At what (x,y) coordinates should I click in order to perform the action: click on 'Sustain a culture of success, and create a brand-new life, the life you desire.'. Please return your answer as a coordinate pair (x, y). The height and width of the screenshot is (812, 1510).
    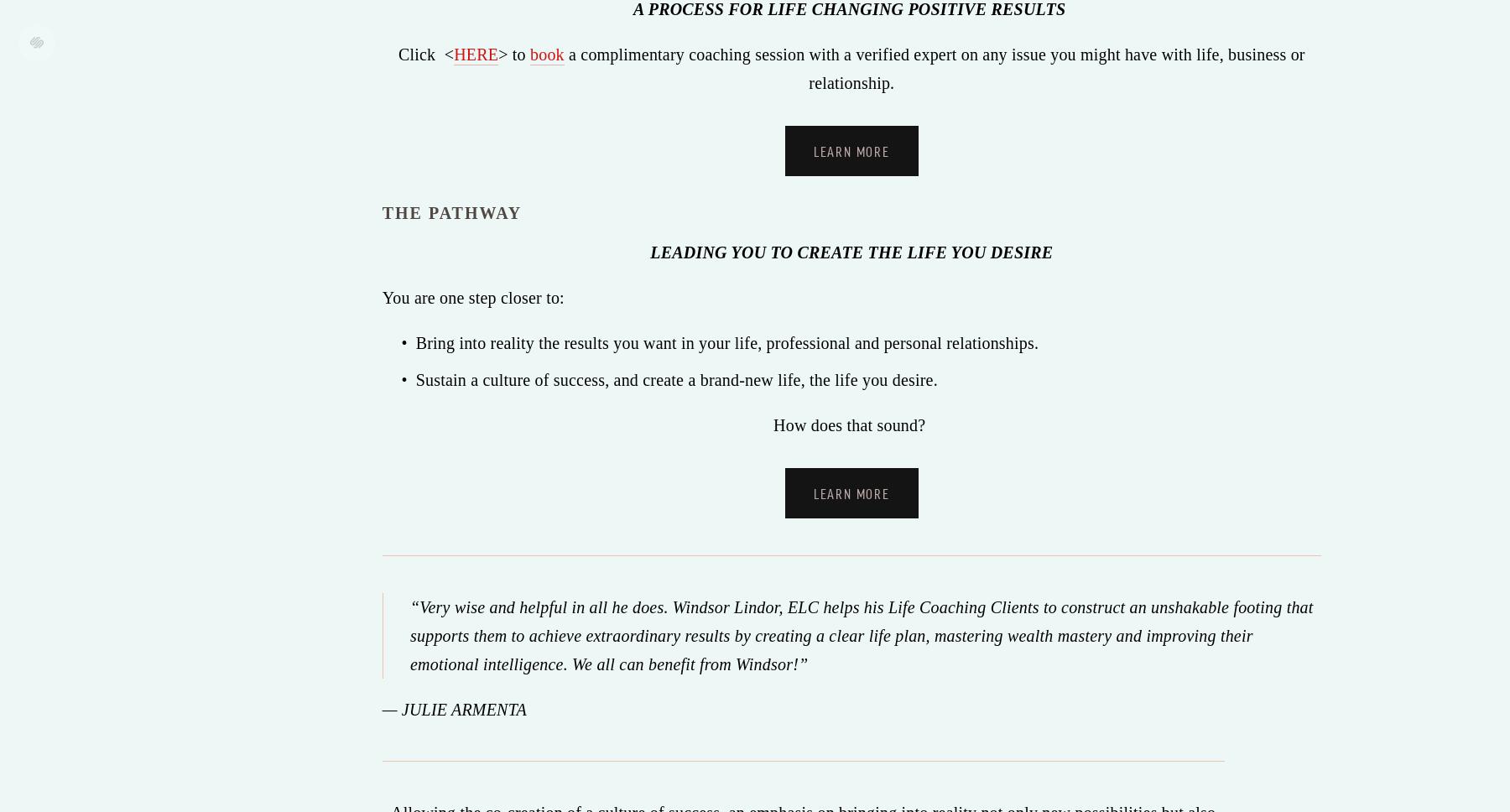
    Looking at the image, I should click on (414, 377).